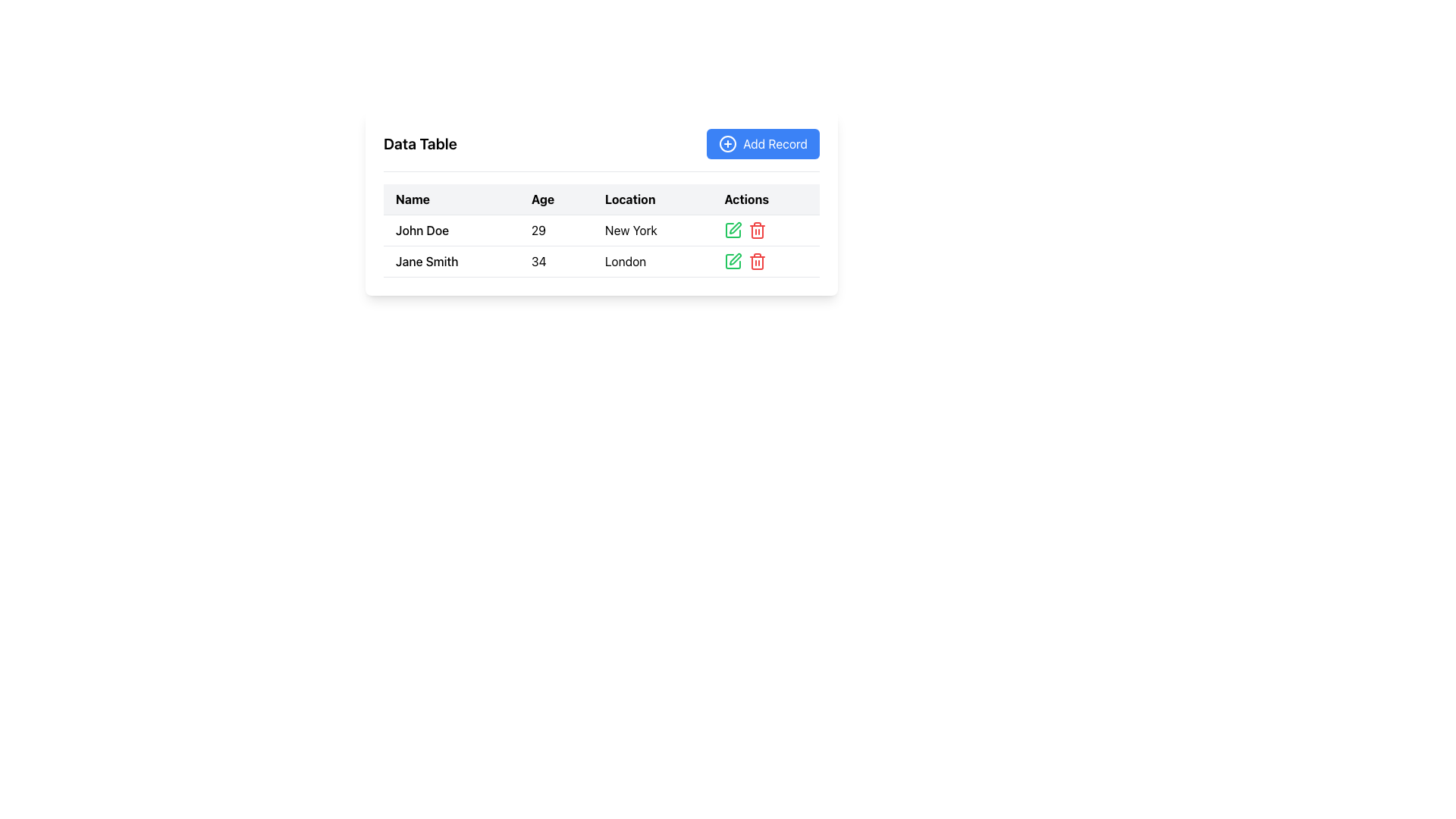 This screenshot has height=819, width=1456. Describe the element at coordinates (735, 259) in the screenshot. I see `the edit button located in the actions column of the second row in the data table to modify the details of the record for 'Jane Smith'` at that location.